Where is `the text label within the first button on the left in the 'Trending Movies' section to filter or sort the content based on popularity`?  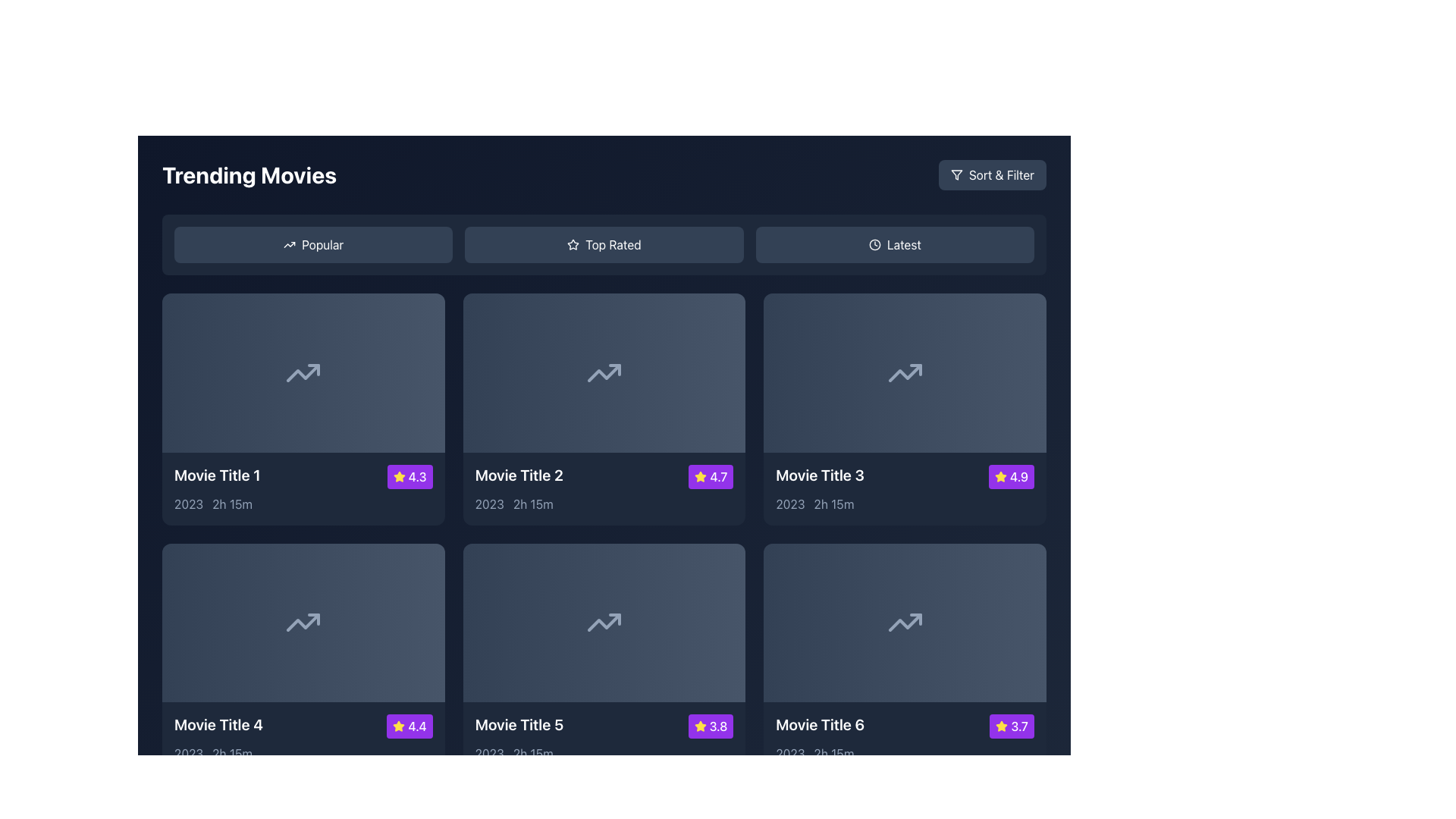
the text label within the first button on the left in the 'Trending Movies' section to filter or sort the content based on popularity is located at coordinates (322, 244).